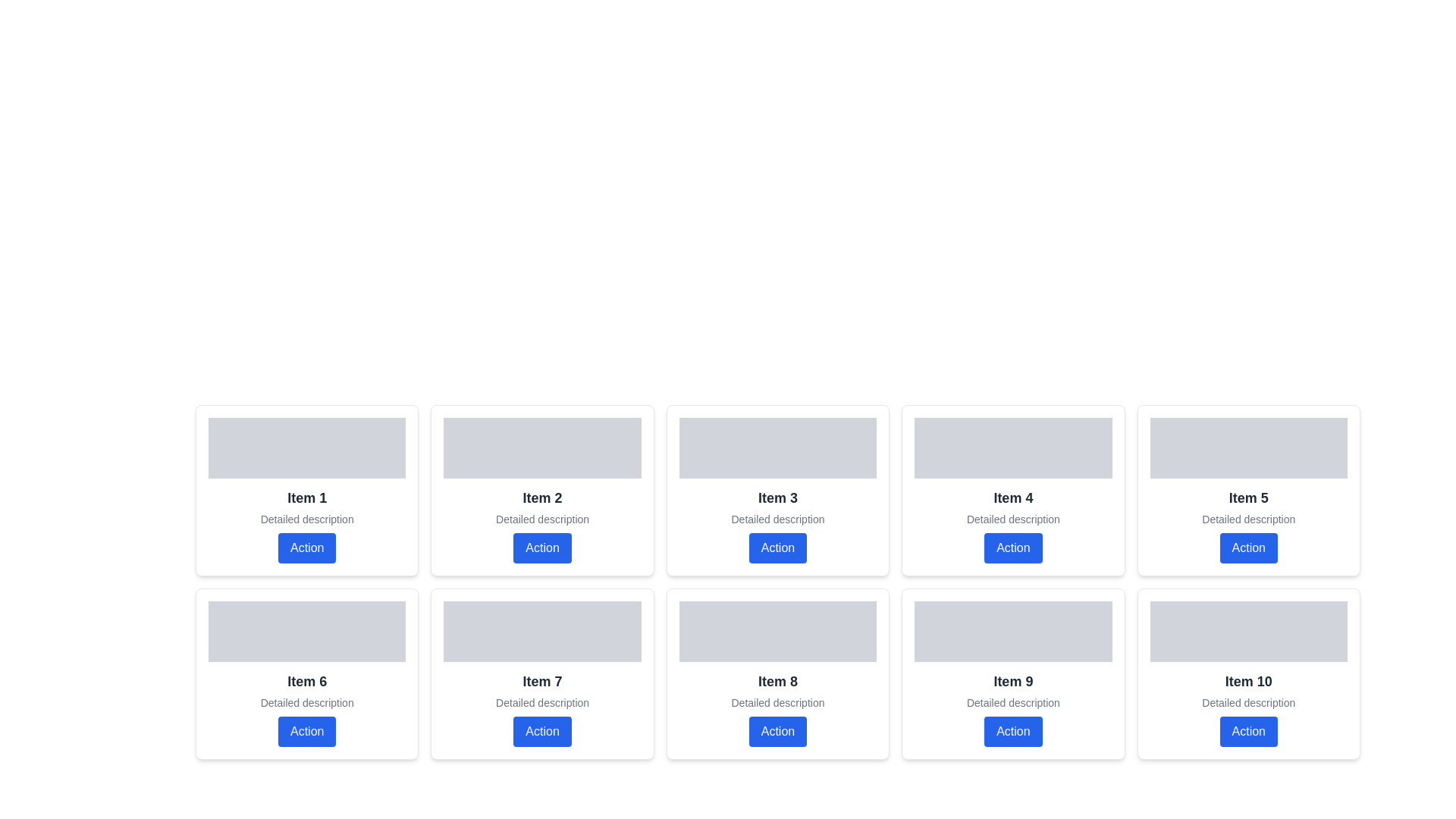 Image resolution: width=1456 pixels, height=819 pixels. What do you see at coordinates (306, 702) in the screenshot?
I see `the text label displaying 'Detailed description' located below the 'Item 6' title and above the blue-button labeled 'Action'` at bounding box center [306, 702].